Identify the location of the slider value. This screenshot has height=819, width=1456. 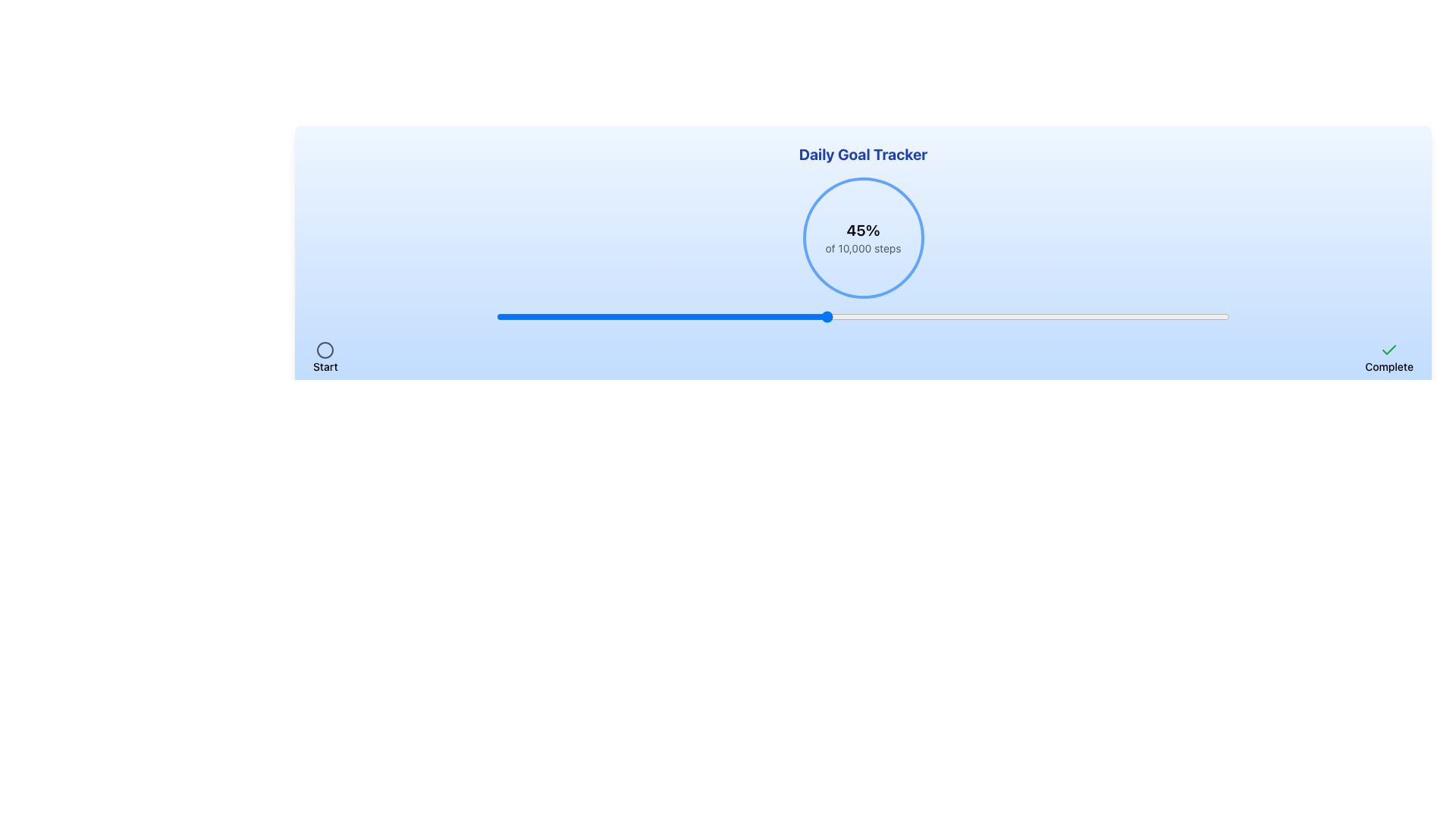
(1017, 315).